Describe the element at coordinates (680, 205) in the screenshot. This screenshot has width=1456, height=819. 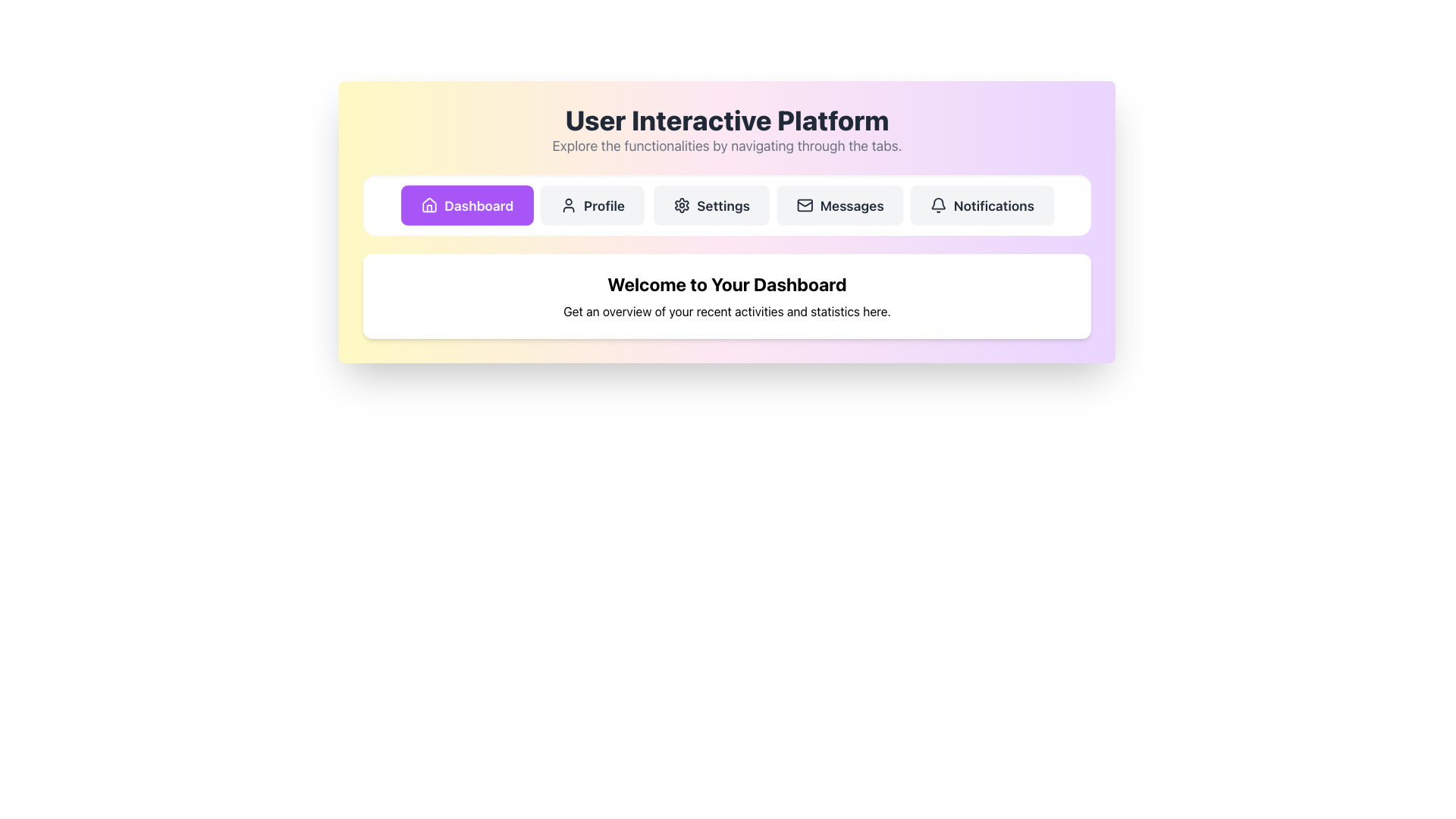
I see `the gear-shaped icon in the settings button located in the navigation bar` at that location.